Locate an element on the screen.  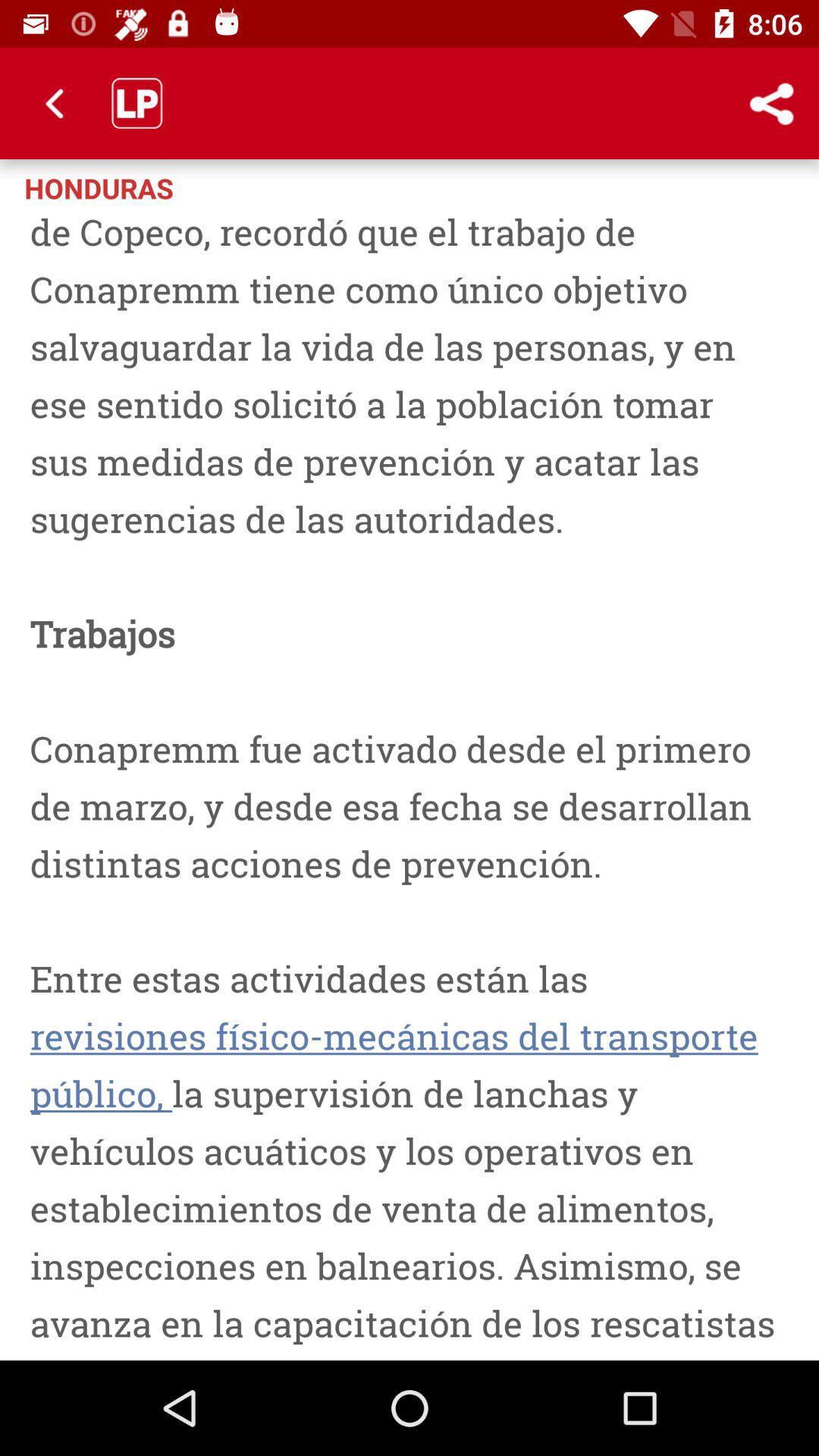
icon above the honduras is located at coordinates (55, 102).